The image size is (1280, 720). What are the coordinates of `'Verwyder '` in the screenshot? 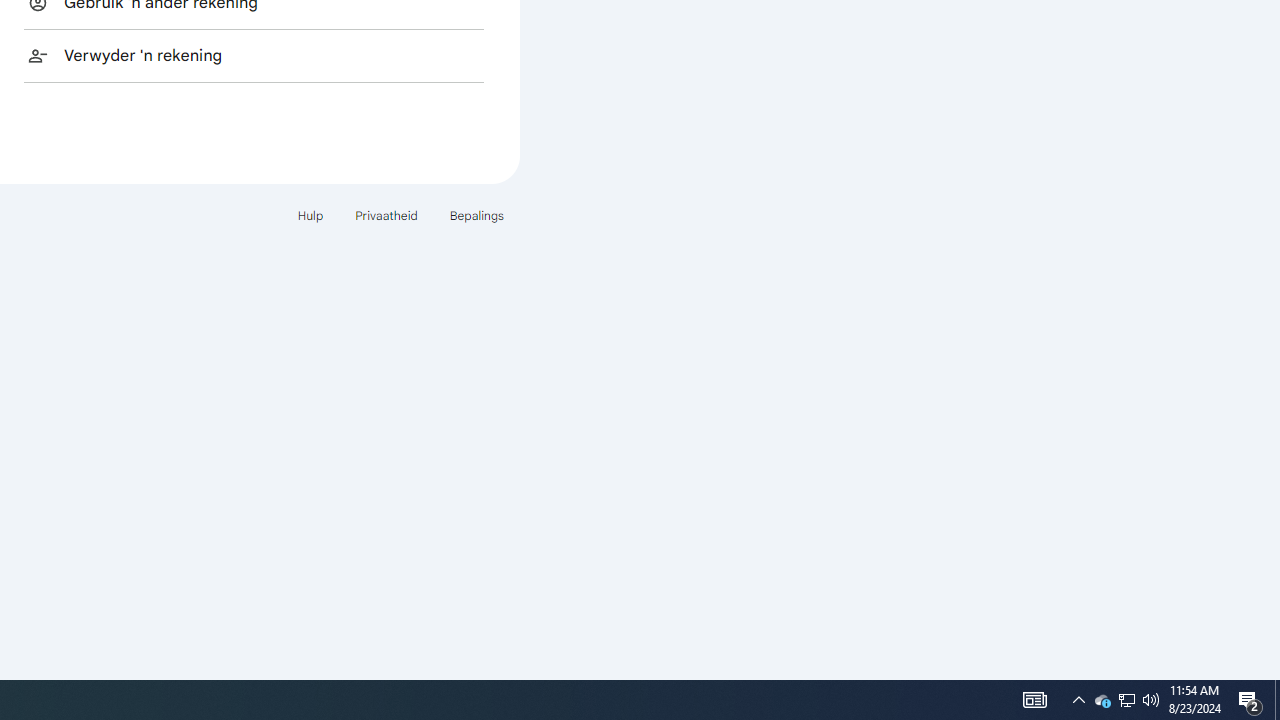 It's located at (253, 54).